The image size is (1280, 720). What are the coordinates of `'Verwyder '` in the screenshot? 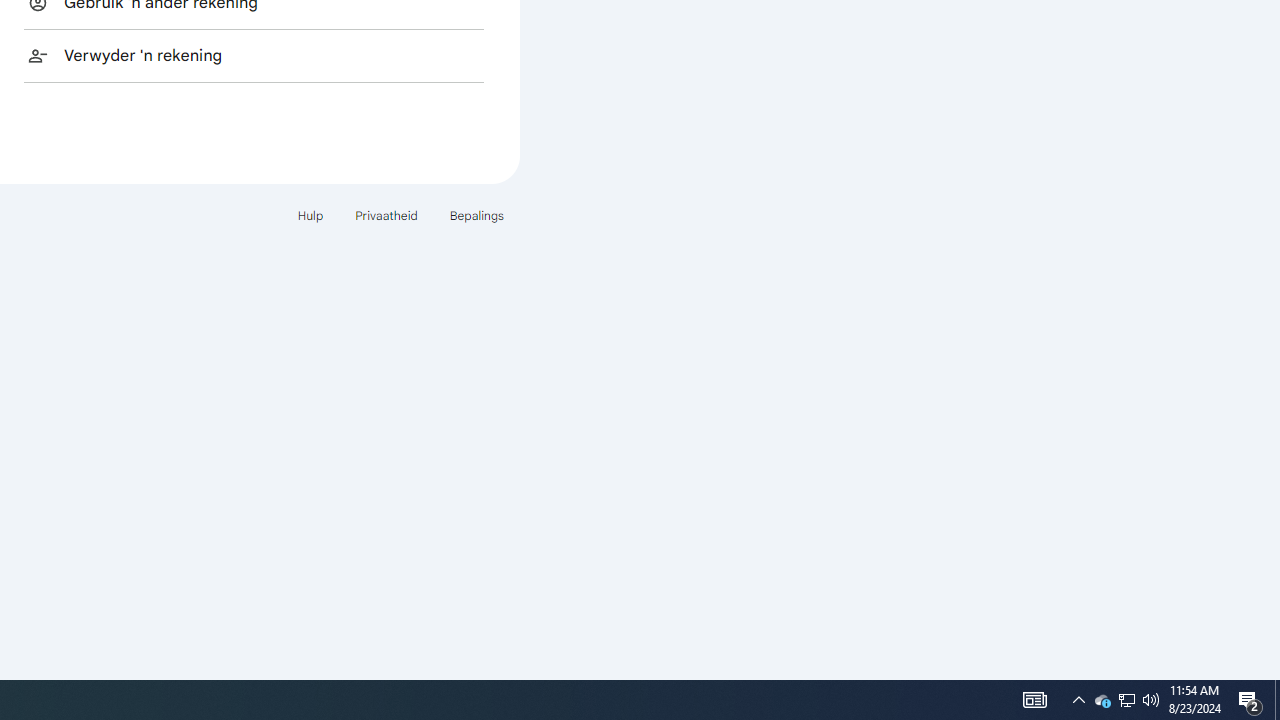 It's located at (253, 54).